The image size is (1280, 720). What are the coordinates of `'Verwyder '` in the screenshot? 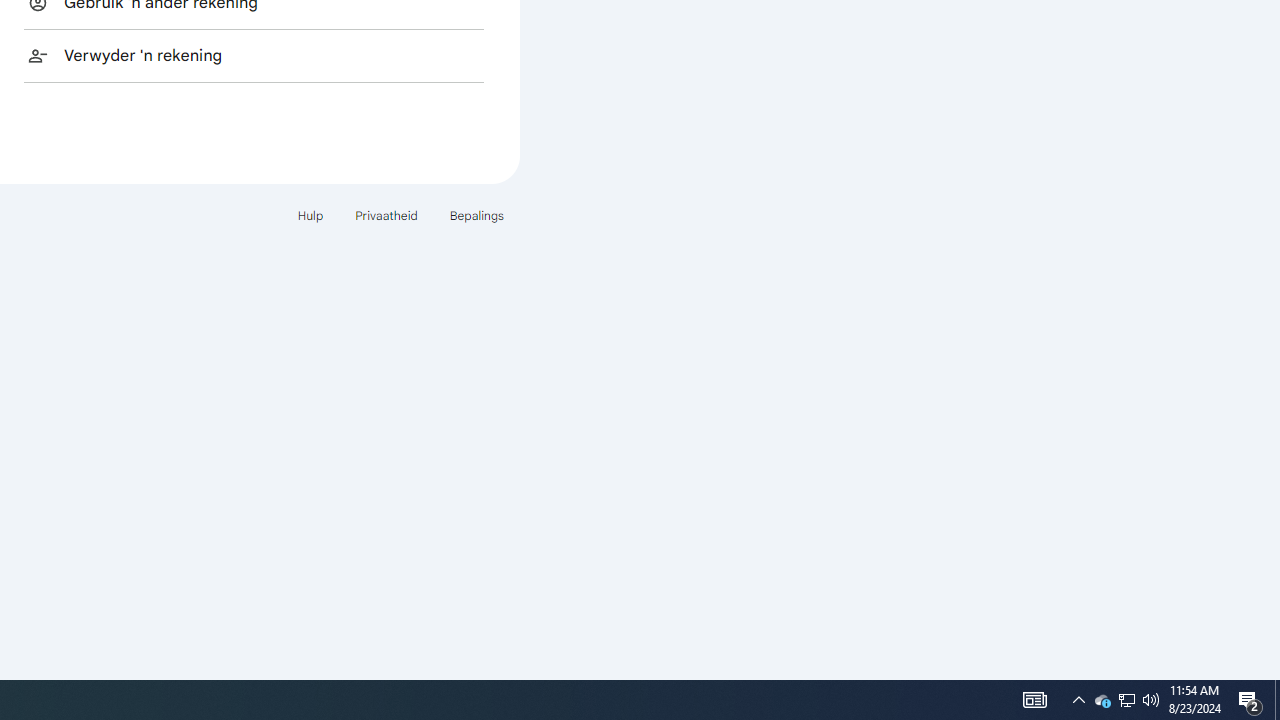 It's located at (253, 54).